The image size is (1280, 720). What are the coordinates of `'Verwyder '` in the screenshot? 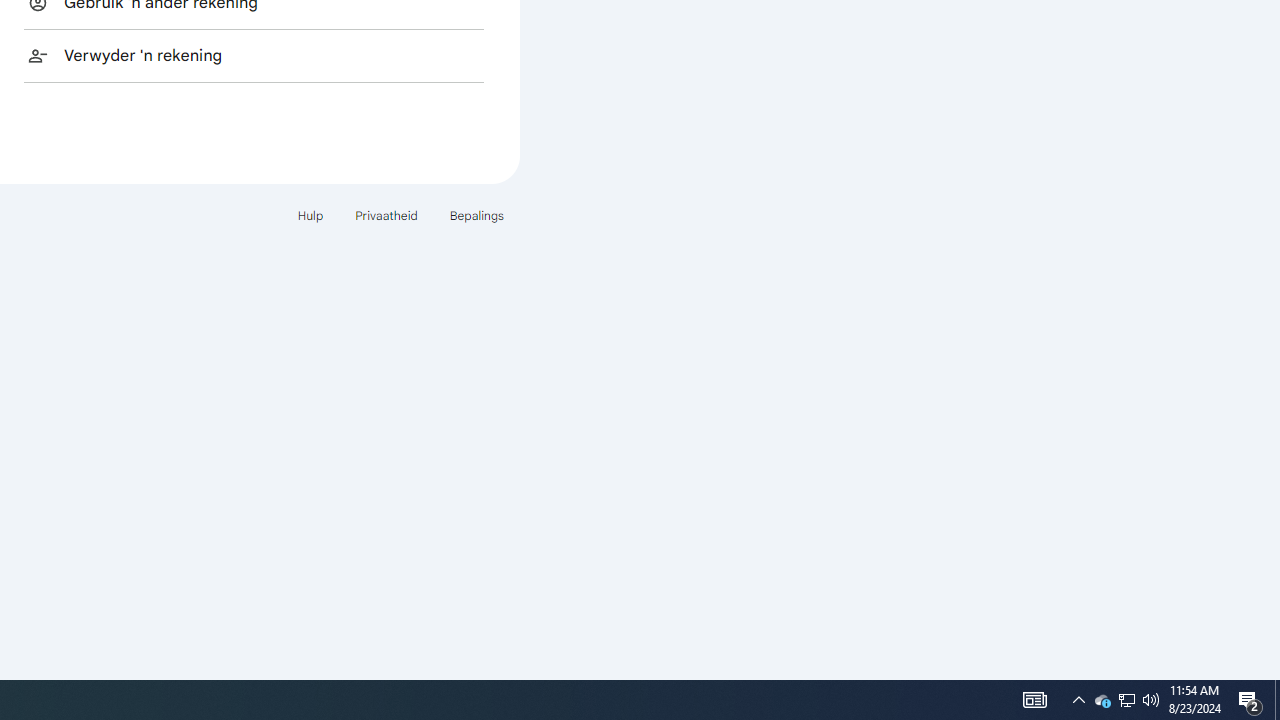 It's located at (253, 54).